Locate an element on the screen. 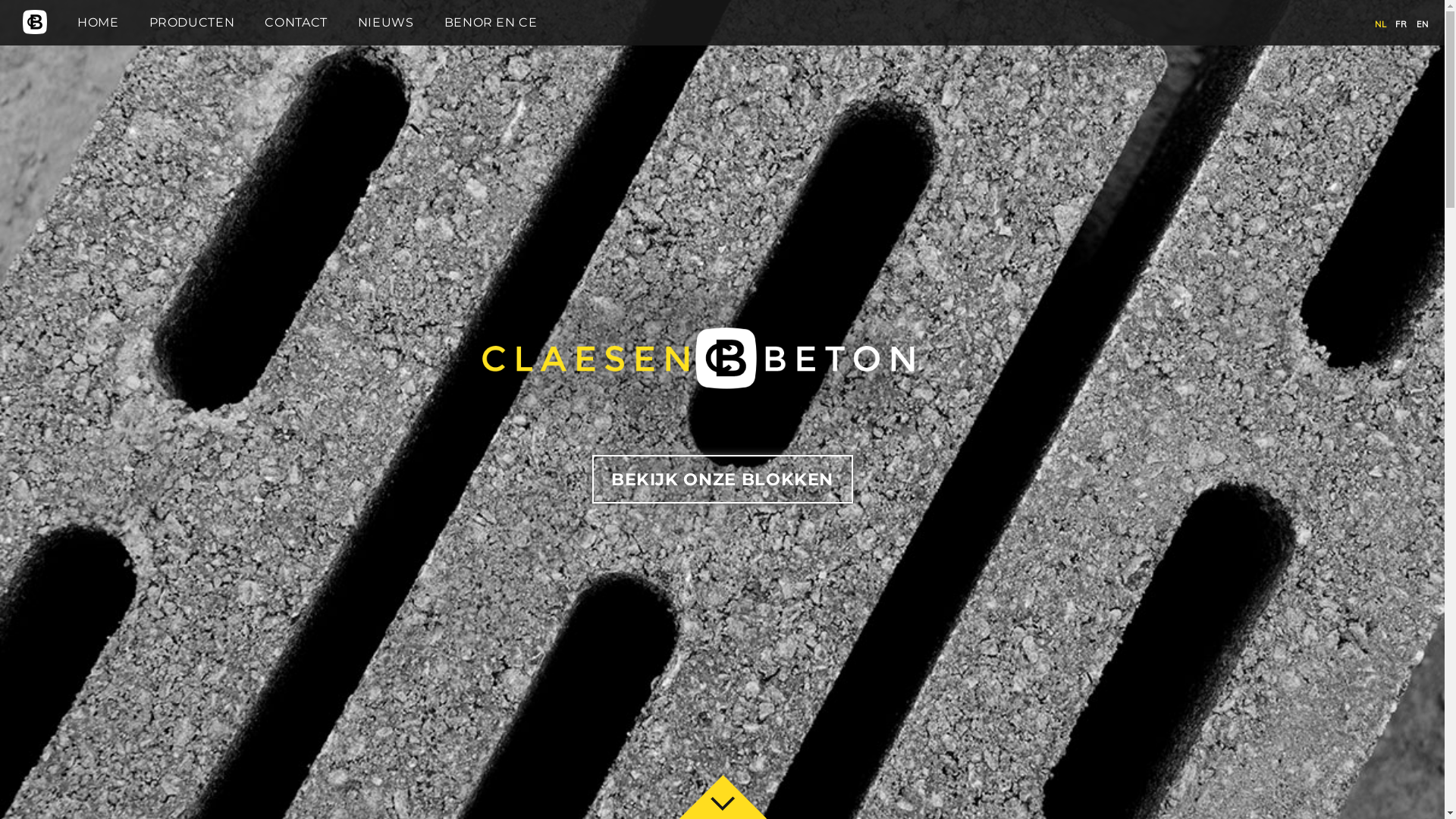 The height and width of the screenshot is (819, 1456). 'BEKIJK ONZE BLOKKEN' is located at coordinates (720, 479).